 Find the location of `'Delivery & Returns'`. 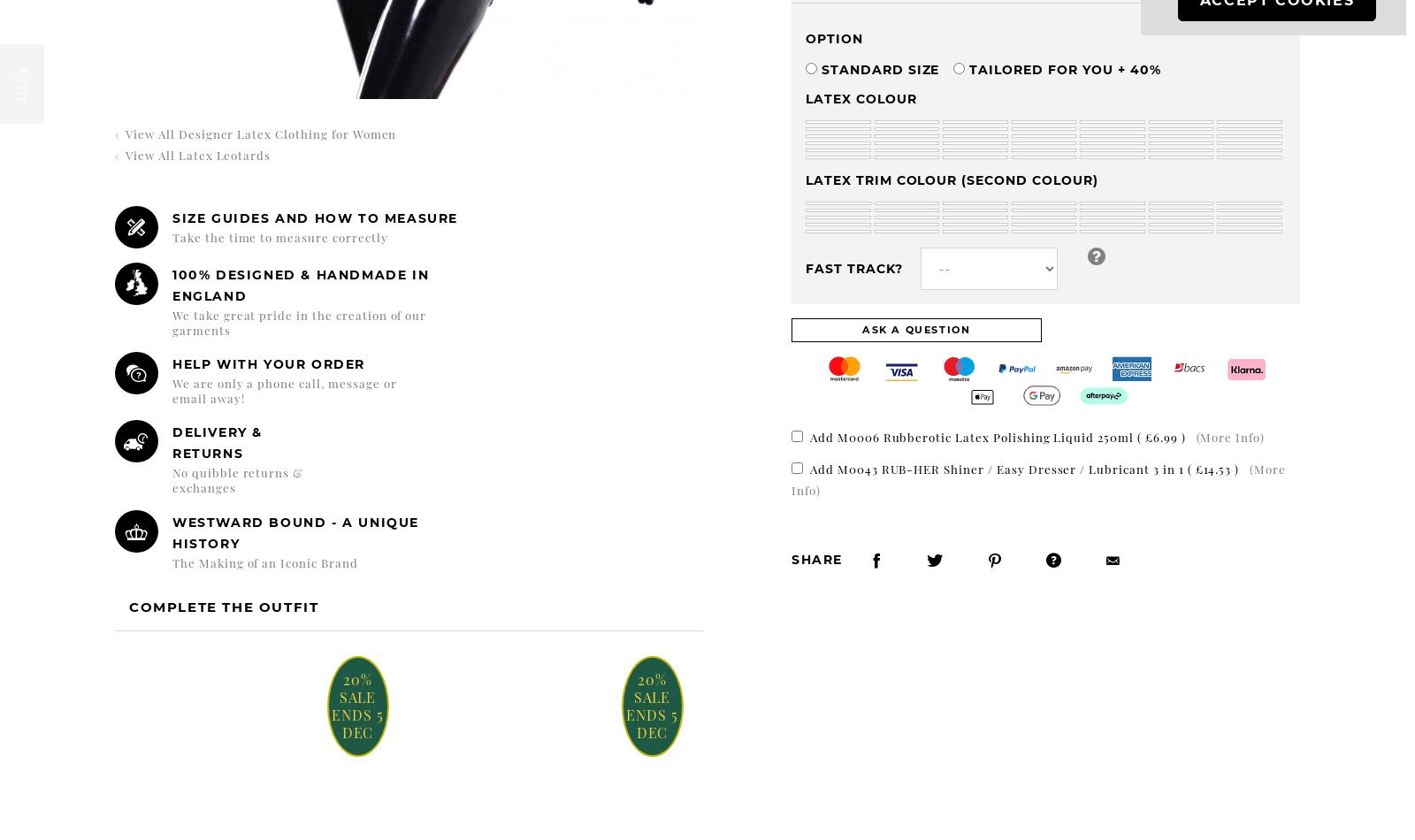

'Delivery & Returns' is located at coordinates (170, 443).